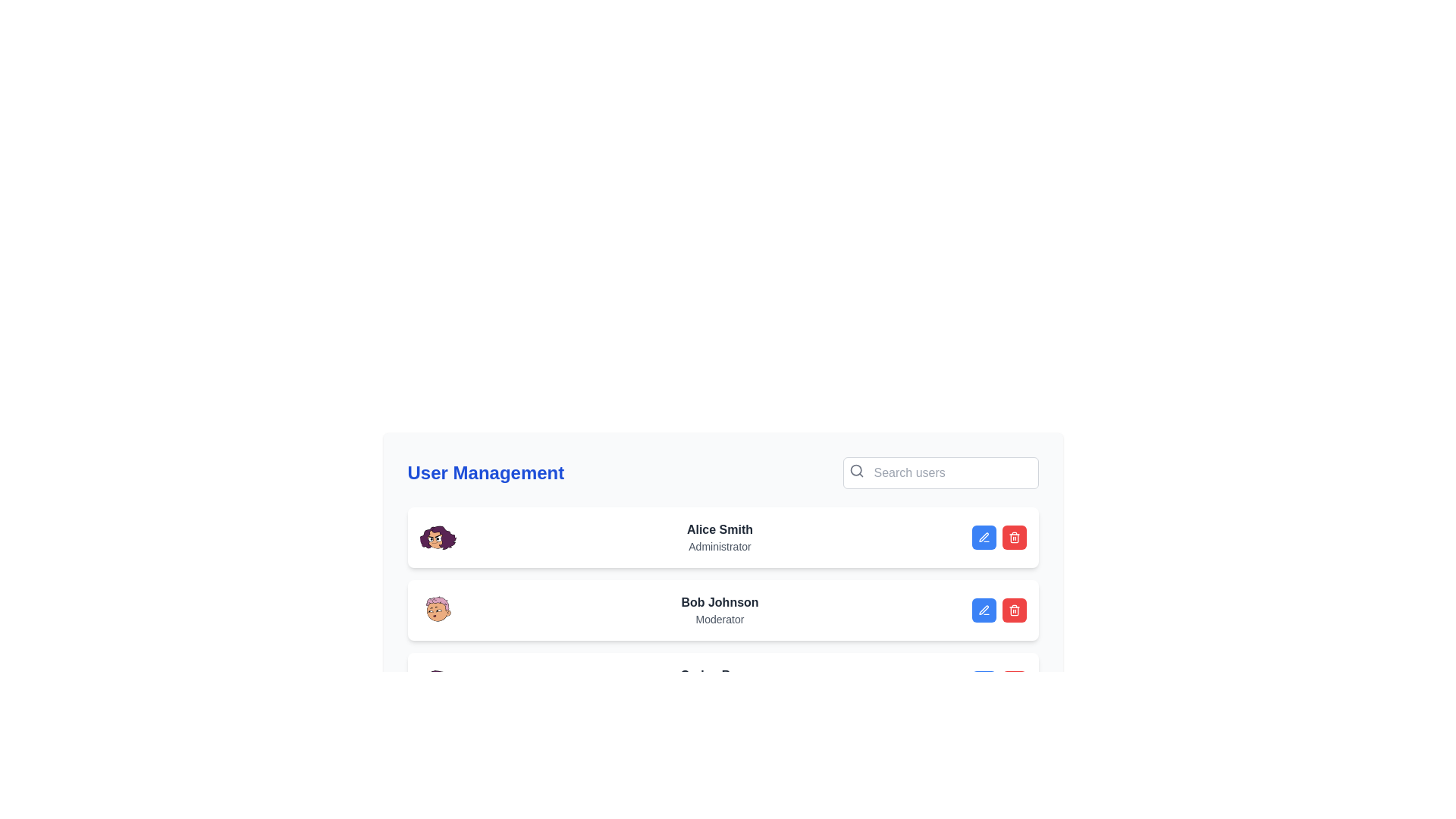 This screenshot has width=1456, height=819. What do you see at coordinates (719, 529) in the screenshot?
I see `the static text label displaying the username 'Alice Smith', which is positioned above 'Administrator' in the 'User Management' section` at bounding box center [719, 529].